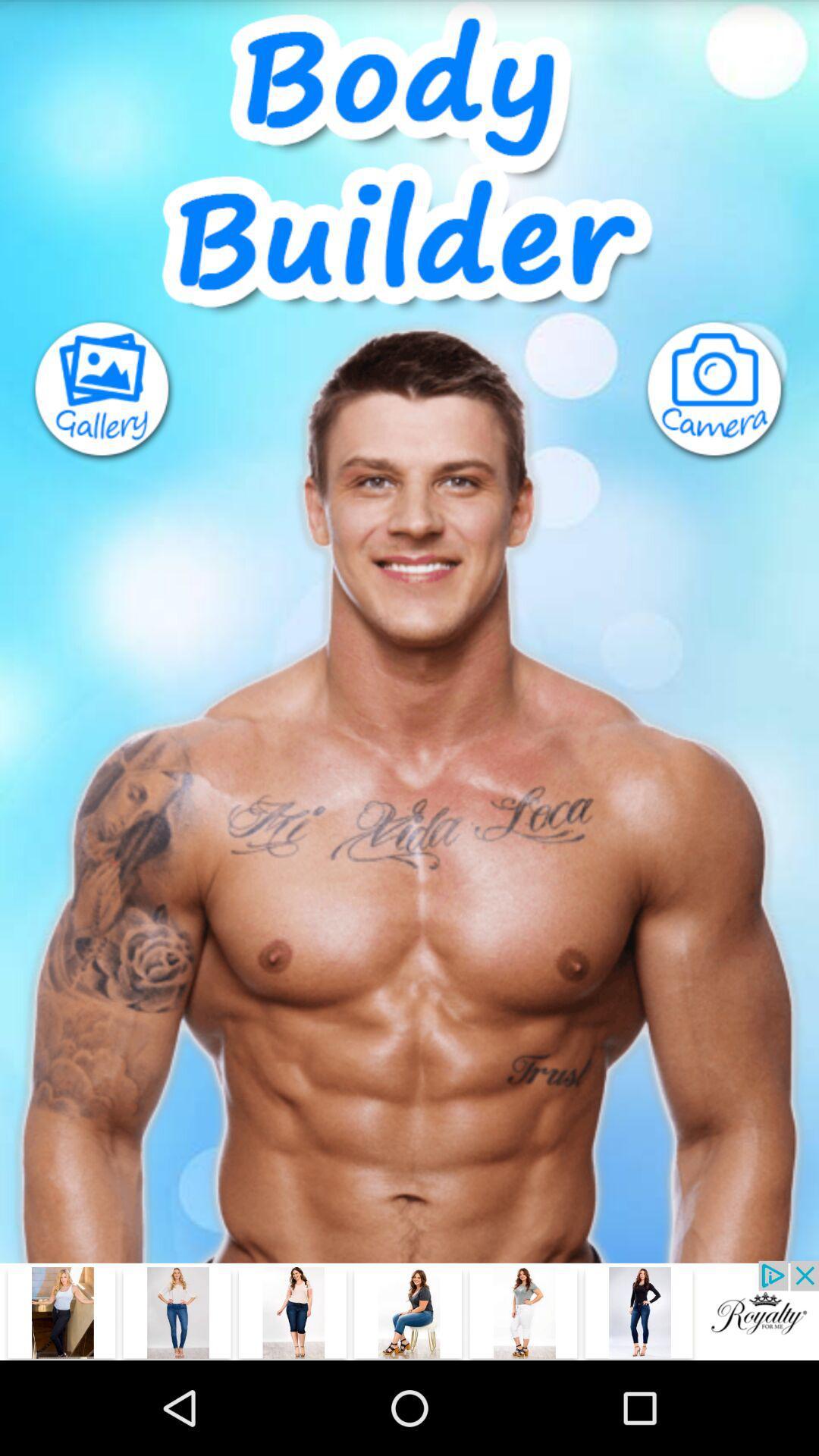  What do you see at coordinates (88, 391) in the screenshot?
I see `enter gallery` at bounding box center [88, 391].